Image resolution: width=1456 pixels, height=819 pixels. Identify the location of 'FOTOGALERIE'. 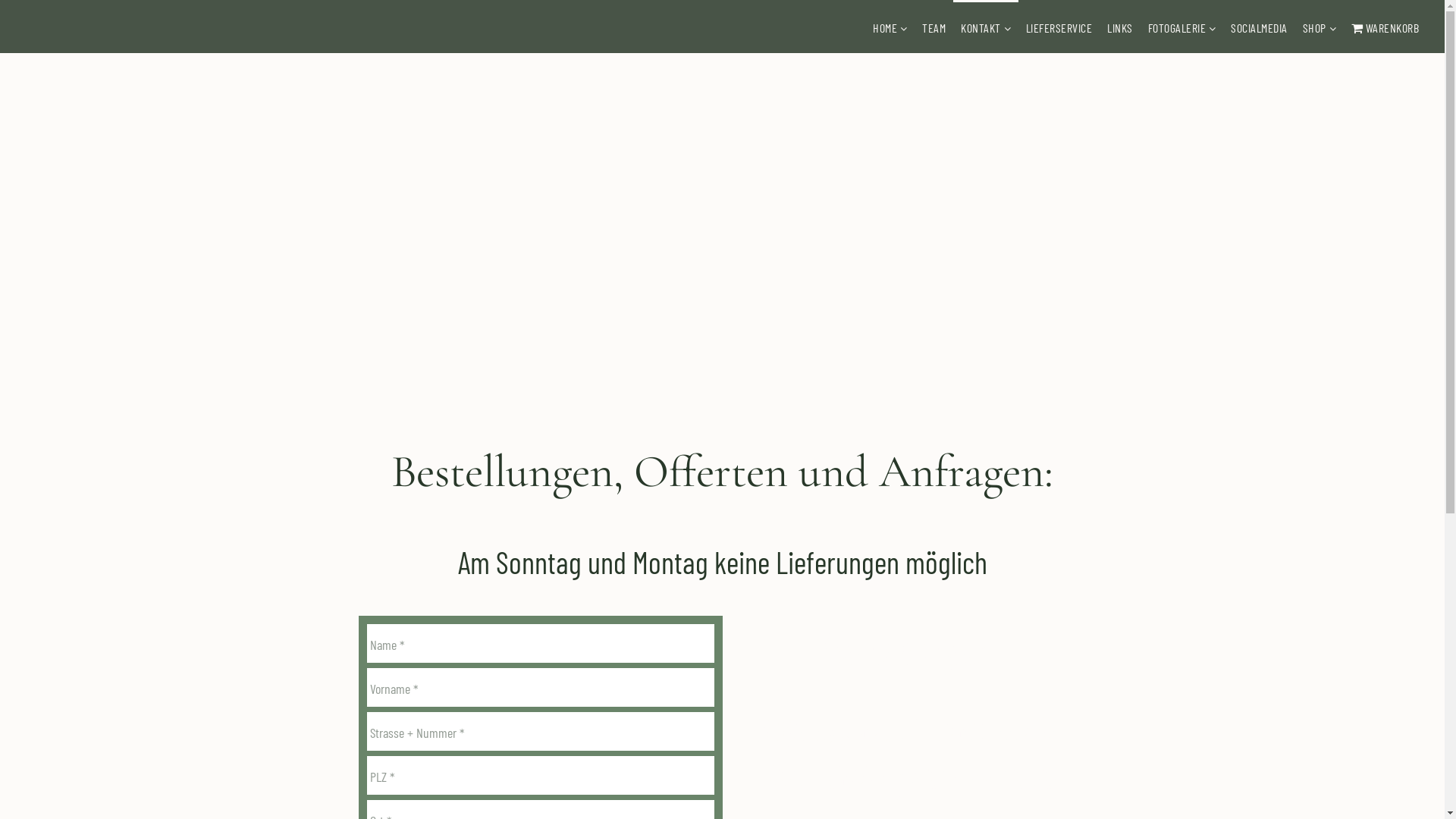
(1176, 27).